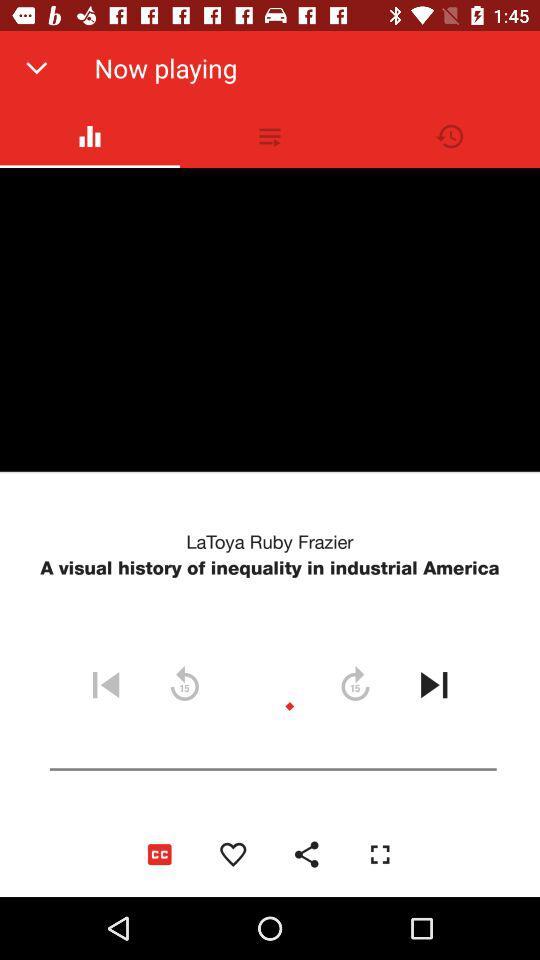  What do you see at coordinates (105, 684) in the screenshot?
I see `the skip_previous icon` at bounding box center [105, 684].